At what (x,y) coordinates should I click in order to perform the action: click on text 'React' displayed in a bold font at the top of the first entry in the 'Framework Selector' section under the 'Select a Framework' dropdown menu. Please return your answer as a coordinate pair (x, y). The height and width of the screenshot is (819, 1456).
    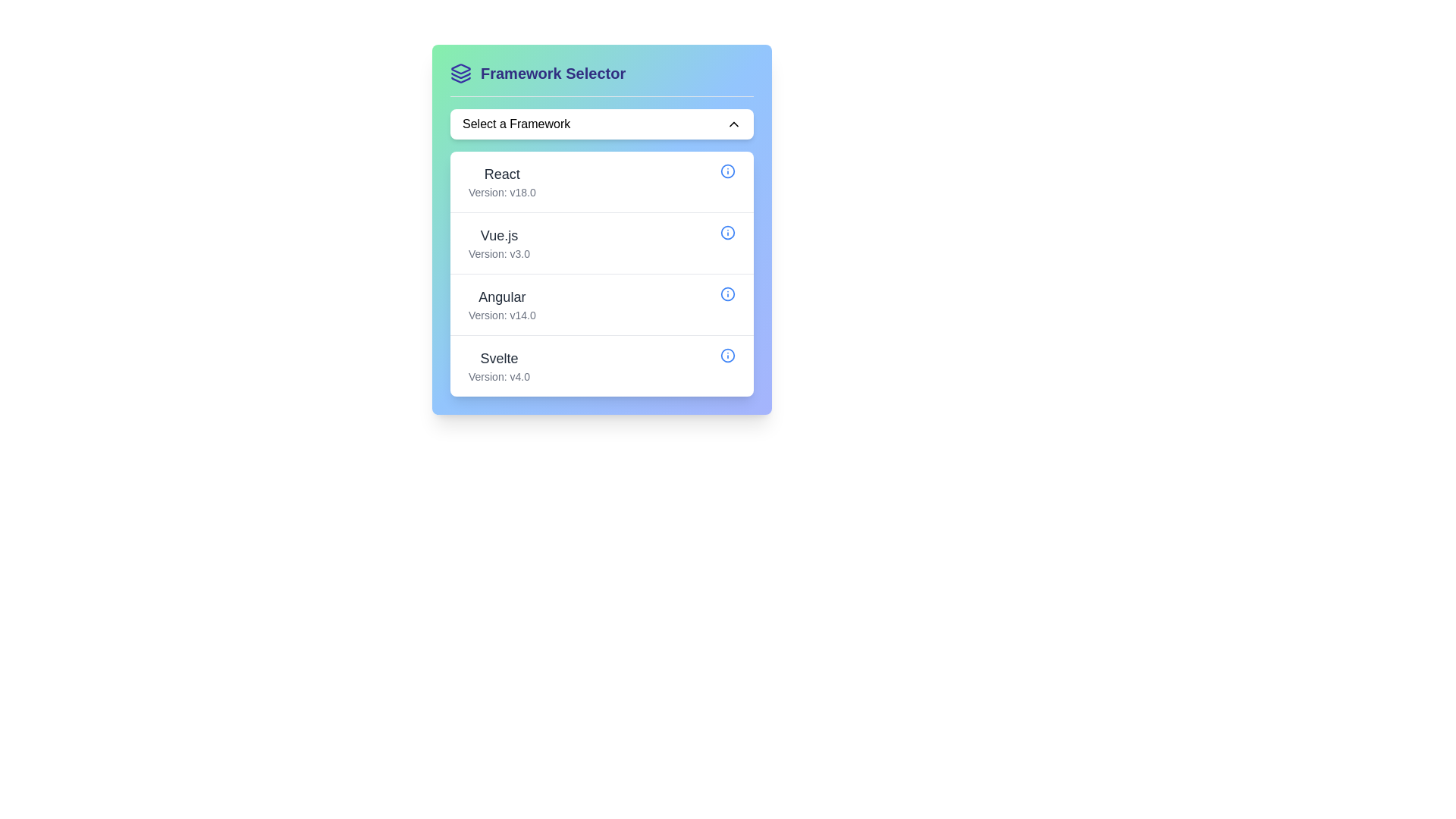
    Looking at the image, I should click on (502, 174).